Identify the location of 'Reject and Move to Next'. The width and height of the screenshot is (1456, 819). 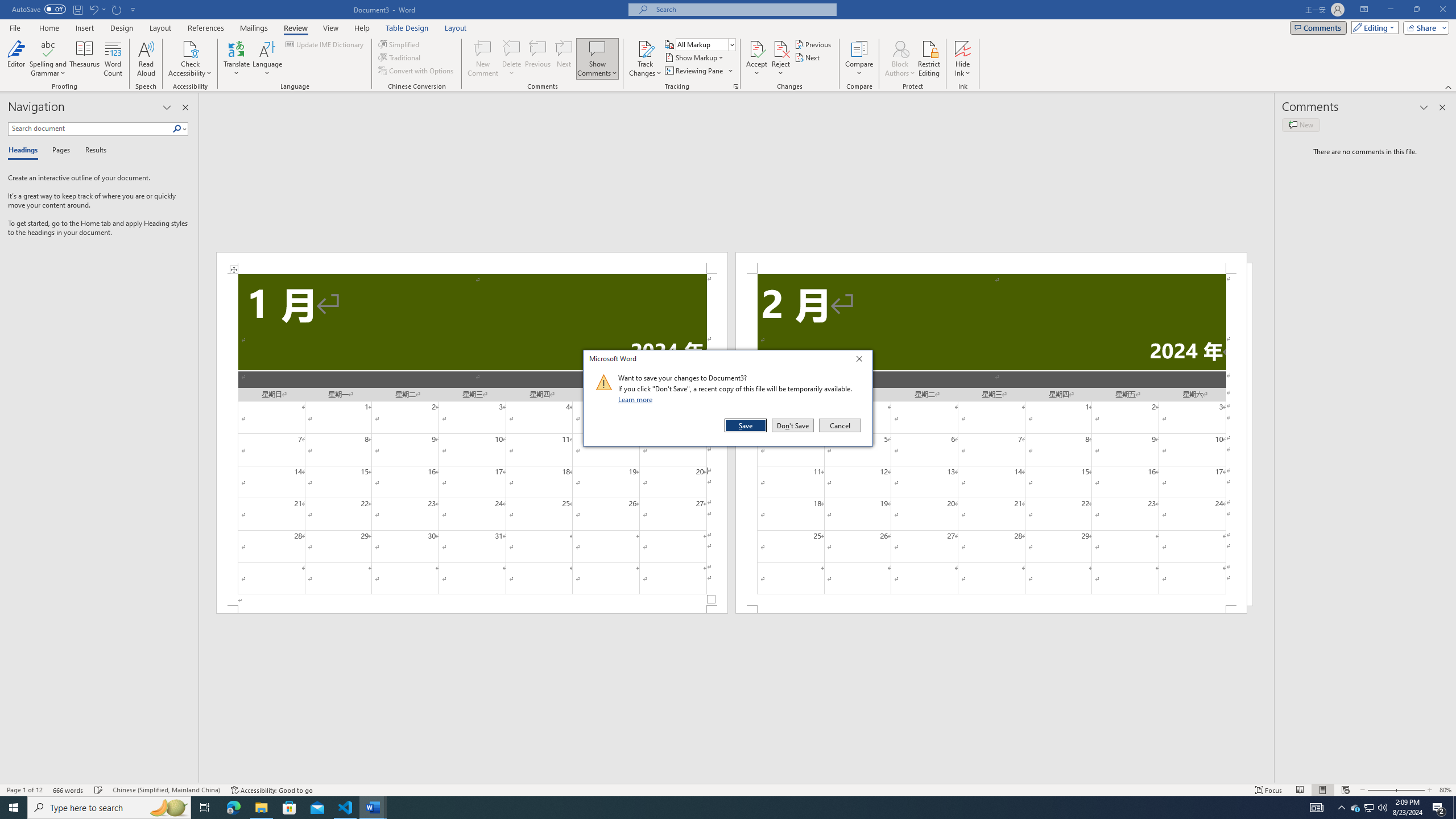
(781, 48).